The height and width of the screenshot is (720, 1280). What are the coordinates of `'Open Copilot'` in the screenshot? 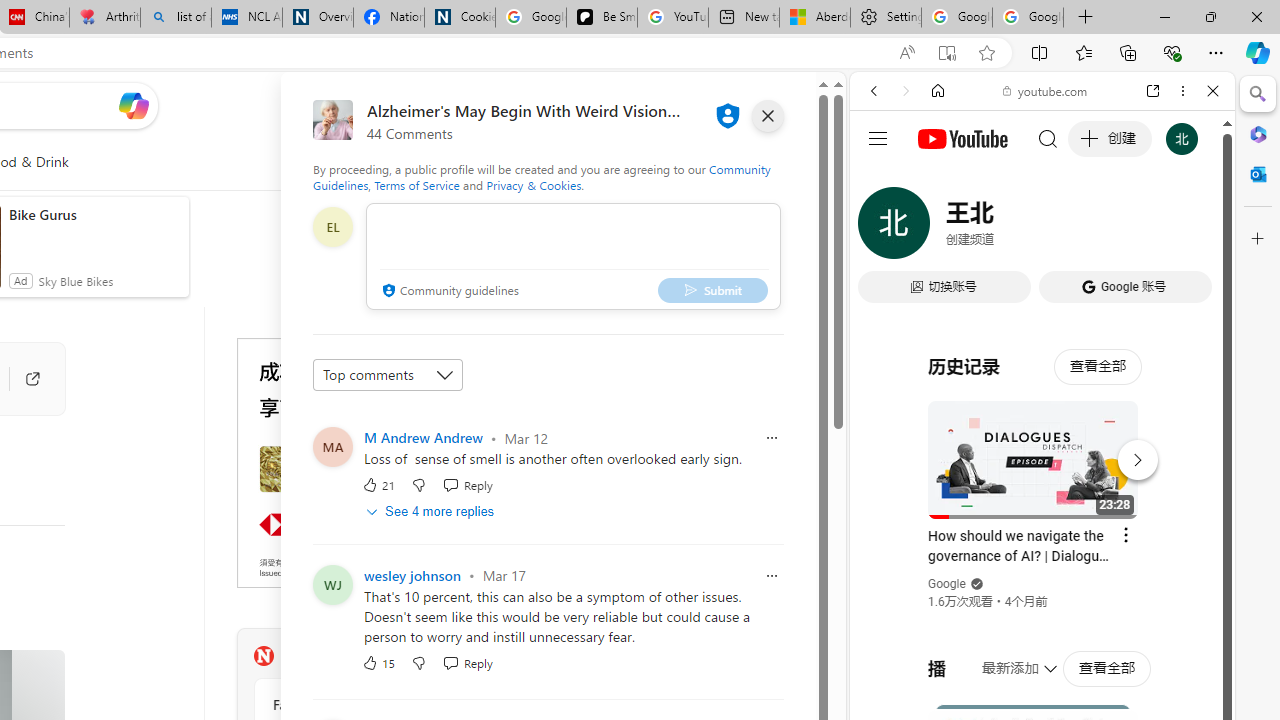 It's located at (132, 105).